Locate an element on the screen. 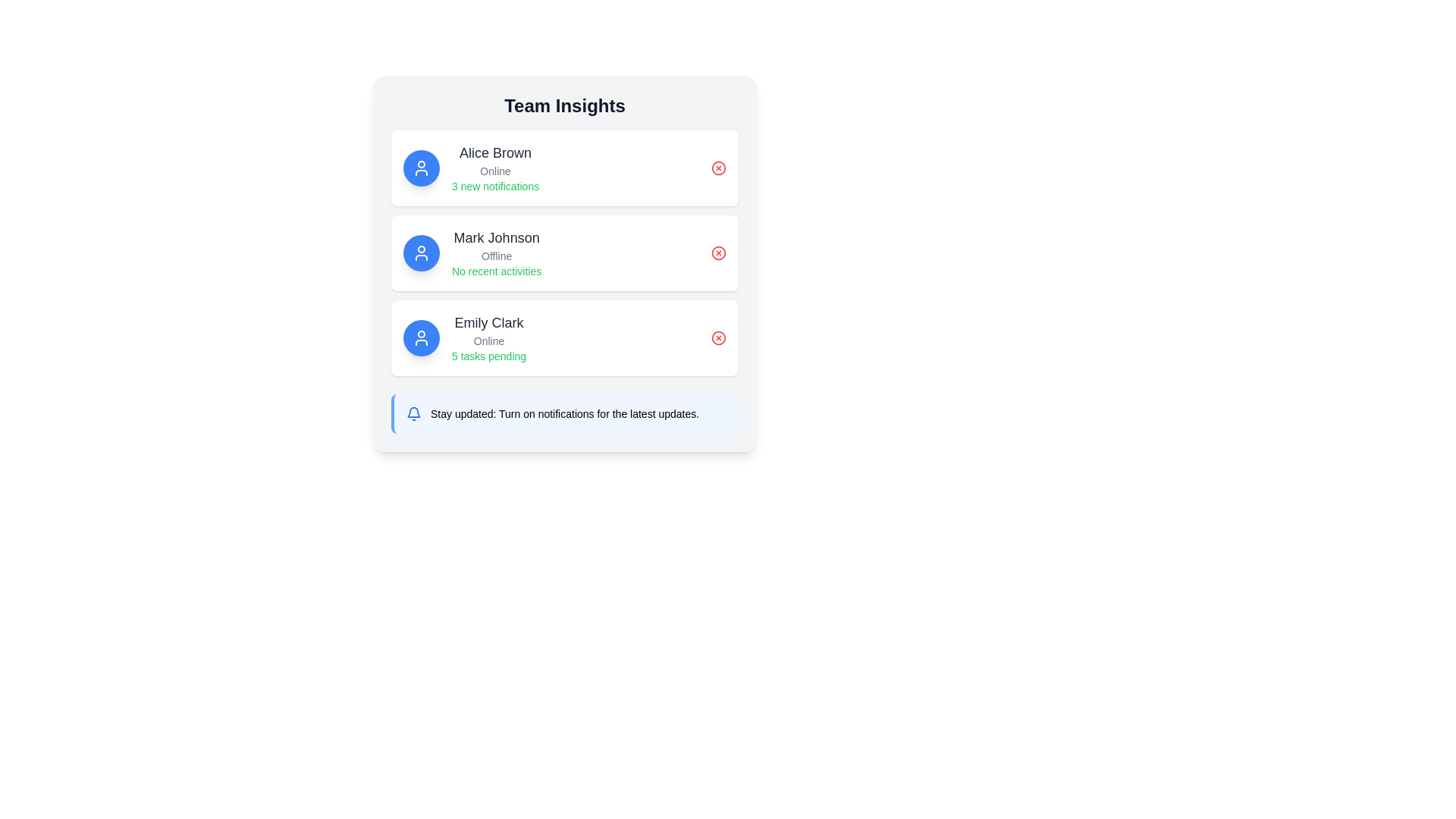 This screenshot has width=1456, height=819. text label that displays the message 'Stay updated: Turn on notifications for the latest updates.' positioned to the right of the bell icon within the information panel for user notifications is located at coordinates (564, 414).